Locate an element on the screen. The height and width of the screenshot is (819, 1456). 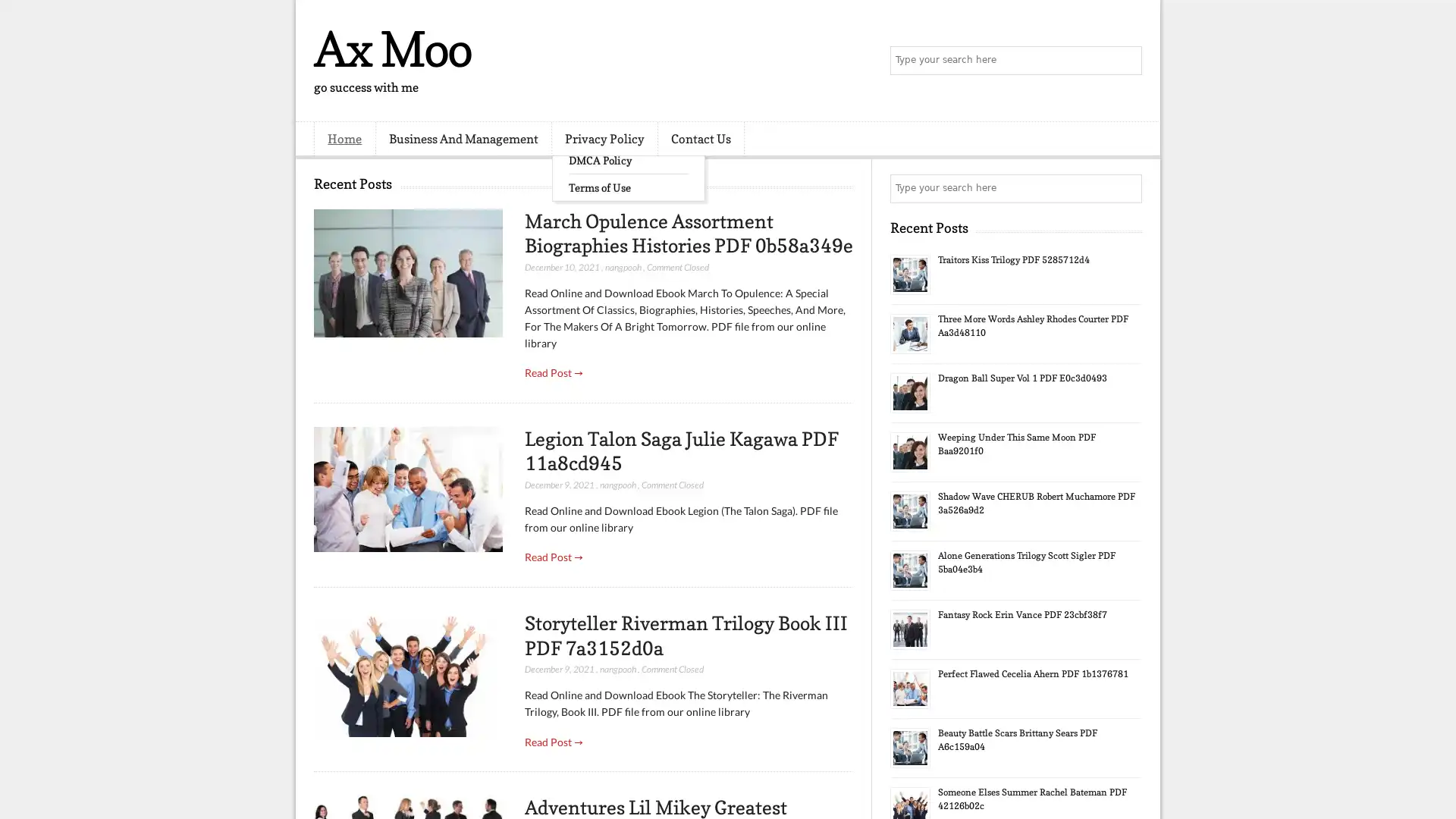
Search is located at coordinates (1126, 188).